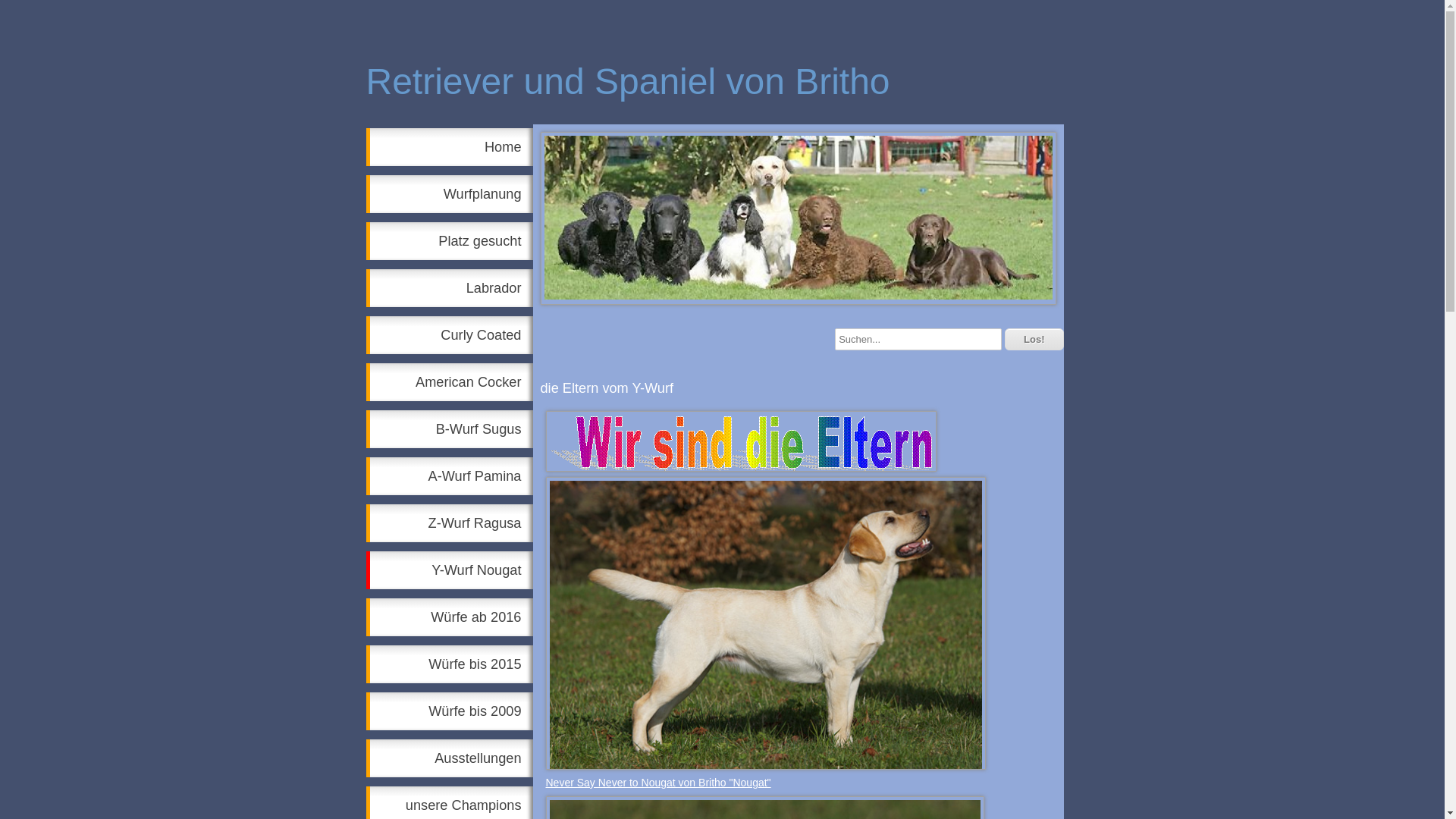 Image resolution: width=1456 pixels, height=819 pixels. I want to click on 'A-Wurf Pamina', so click(447, 475).